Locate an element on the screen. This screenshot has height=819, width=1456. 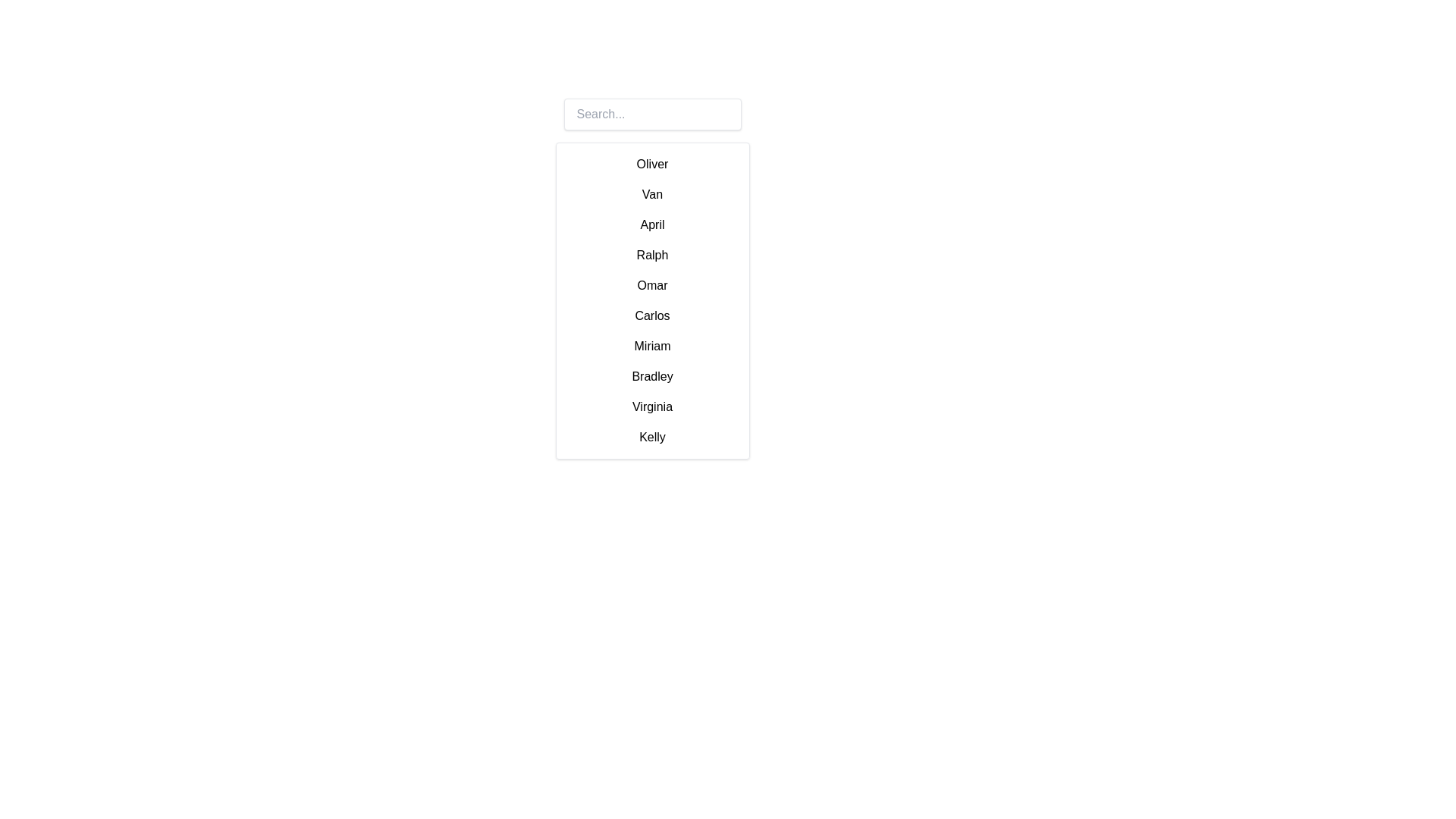
the seventh item in the vertical list of names is located at coordinates (652, 346).